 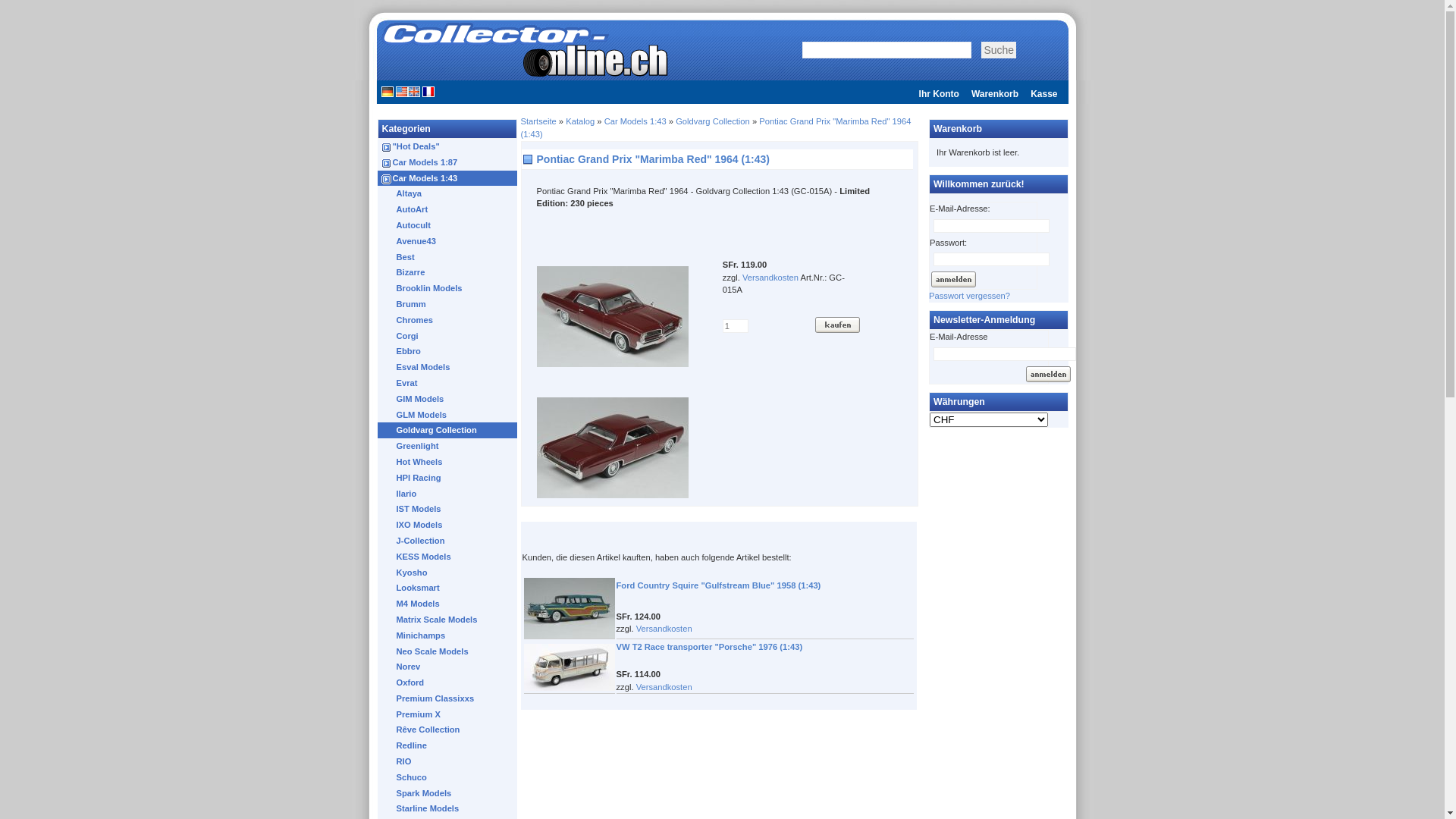 I want to click on 'Suche', so click(x=981, y=49).